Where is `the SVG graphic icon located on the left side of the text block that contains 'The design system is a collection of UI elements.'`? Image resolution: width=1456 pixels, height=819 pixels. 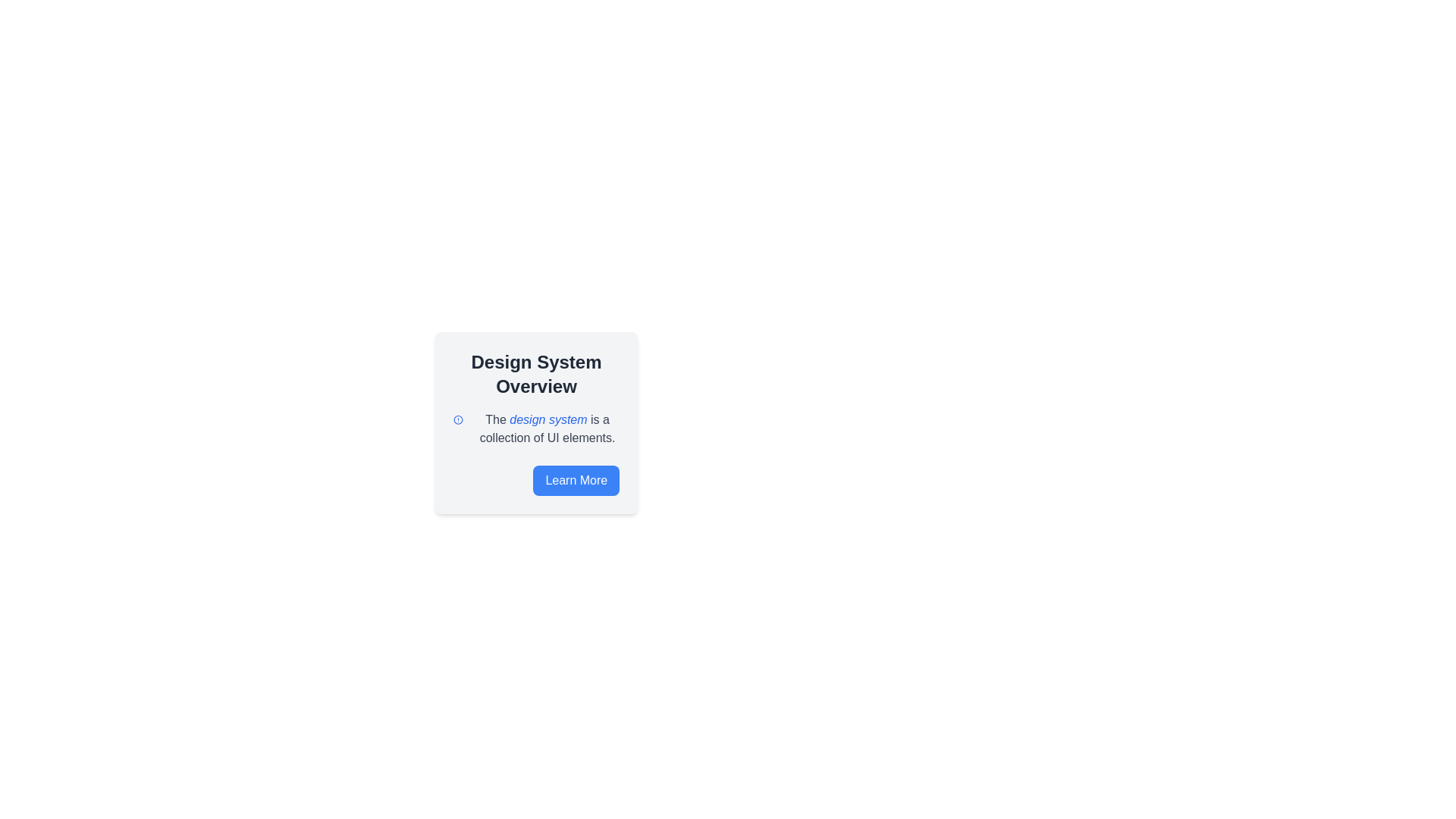 the SVG graphic icon located on the left side of the text block that contains 'The design system is a collection of UI elements.' is located at coordinates (457, 420).